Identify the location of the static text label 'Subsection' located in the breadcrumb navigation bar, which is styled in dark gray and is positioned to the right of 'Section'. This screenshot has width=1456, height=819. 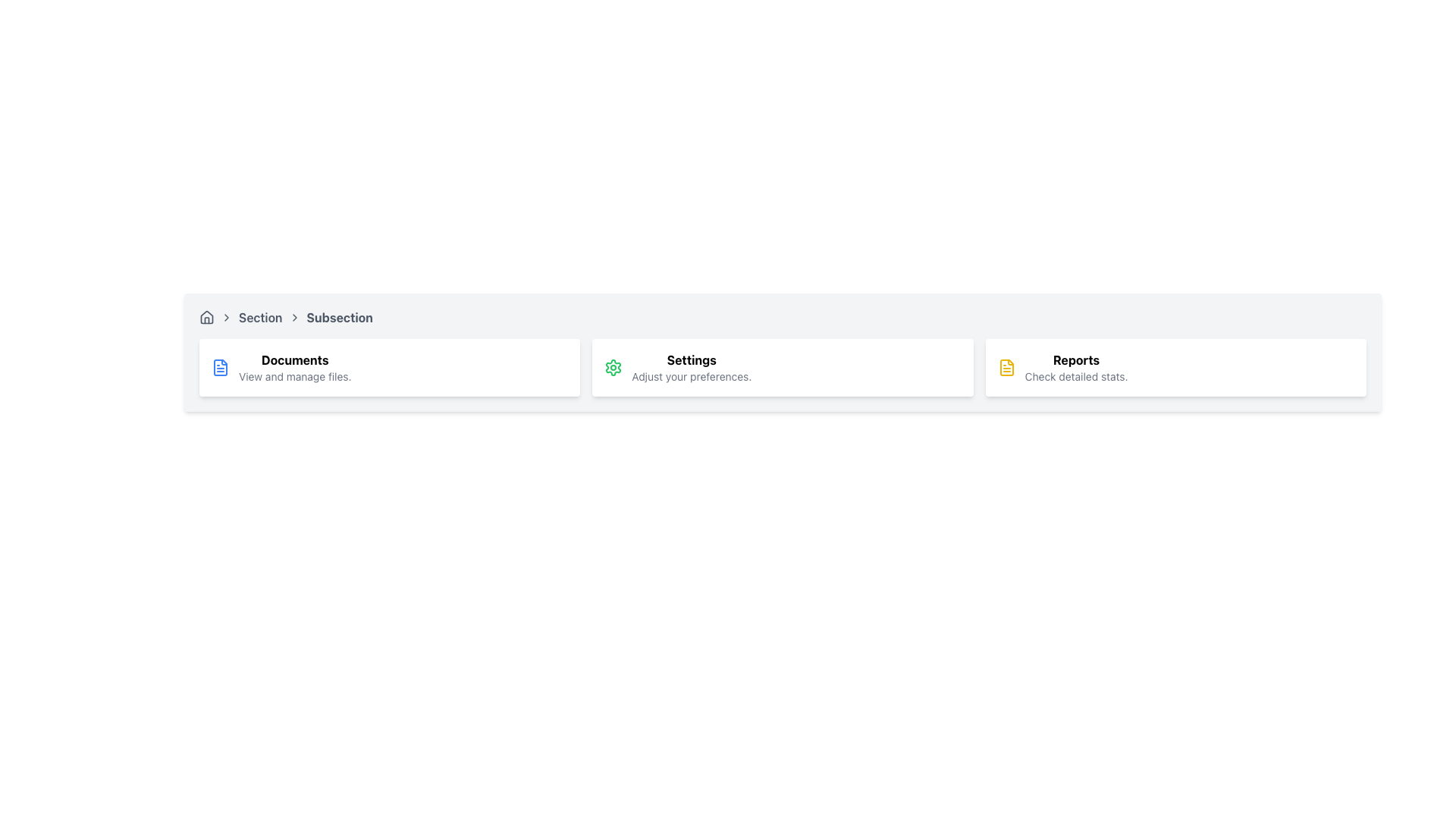
(339, 317).